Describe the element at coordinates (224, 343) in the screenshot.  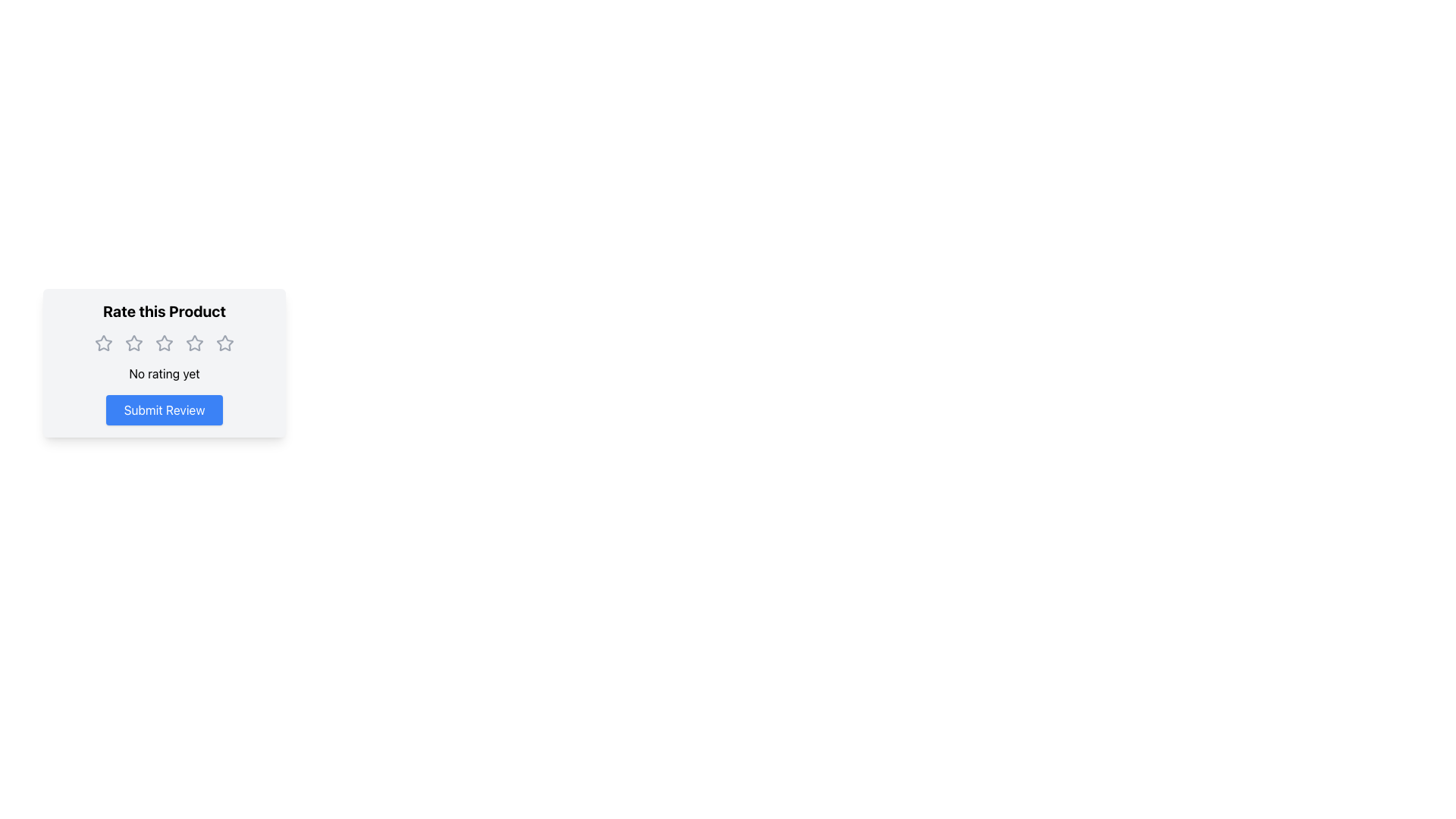
I see `the last star icon` at that location.